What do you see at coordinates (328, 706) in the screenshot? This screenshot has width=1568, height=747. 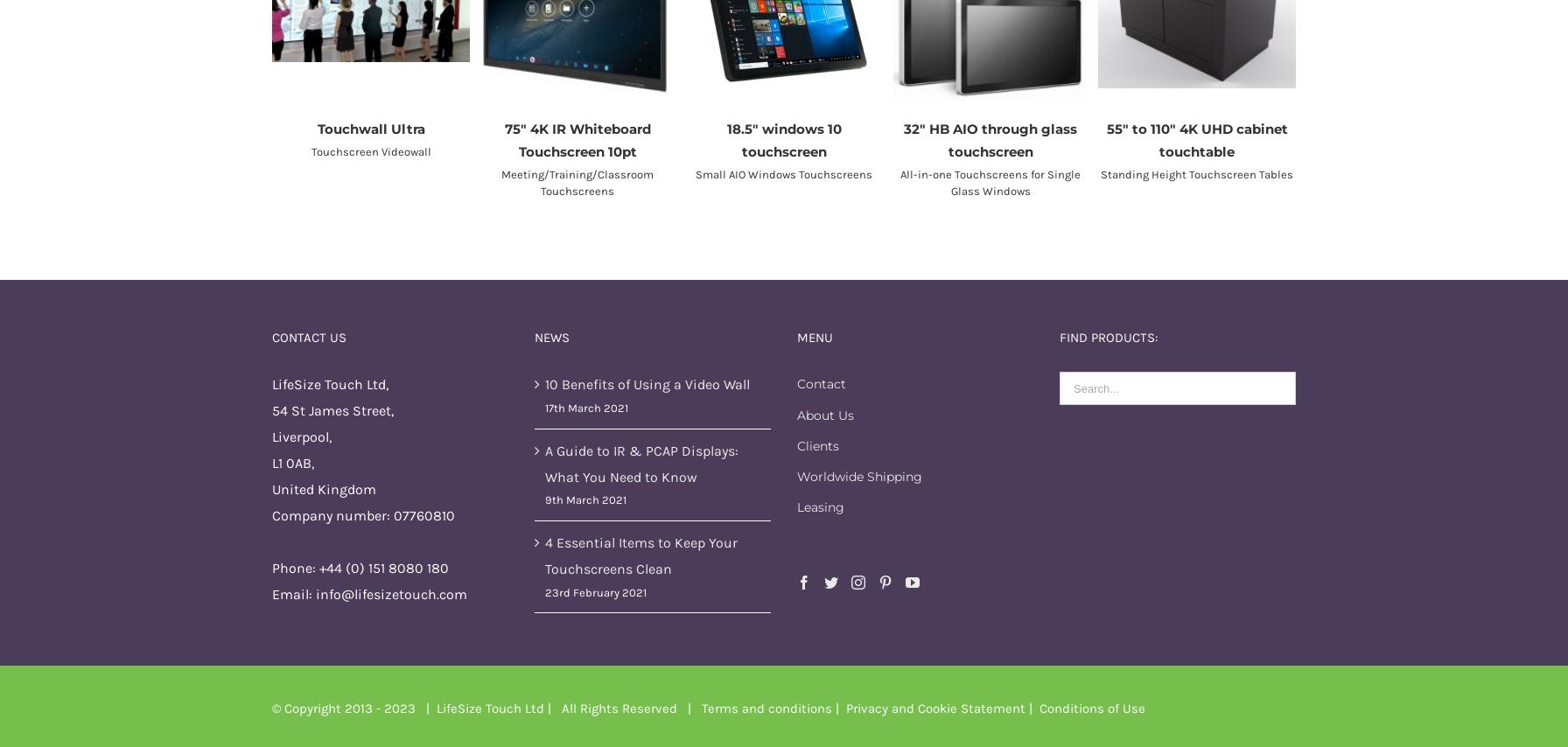 I see `'© Copyright 2013 -'` at bounding box center [328, 706].